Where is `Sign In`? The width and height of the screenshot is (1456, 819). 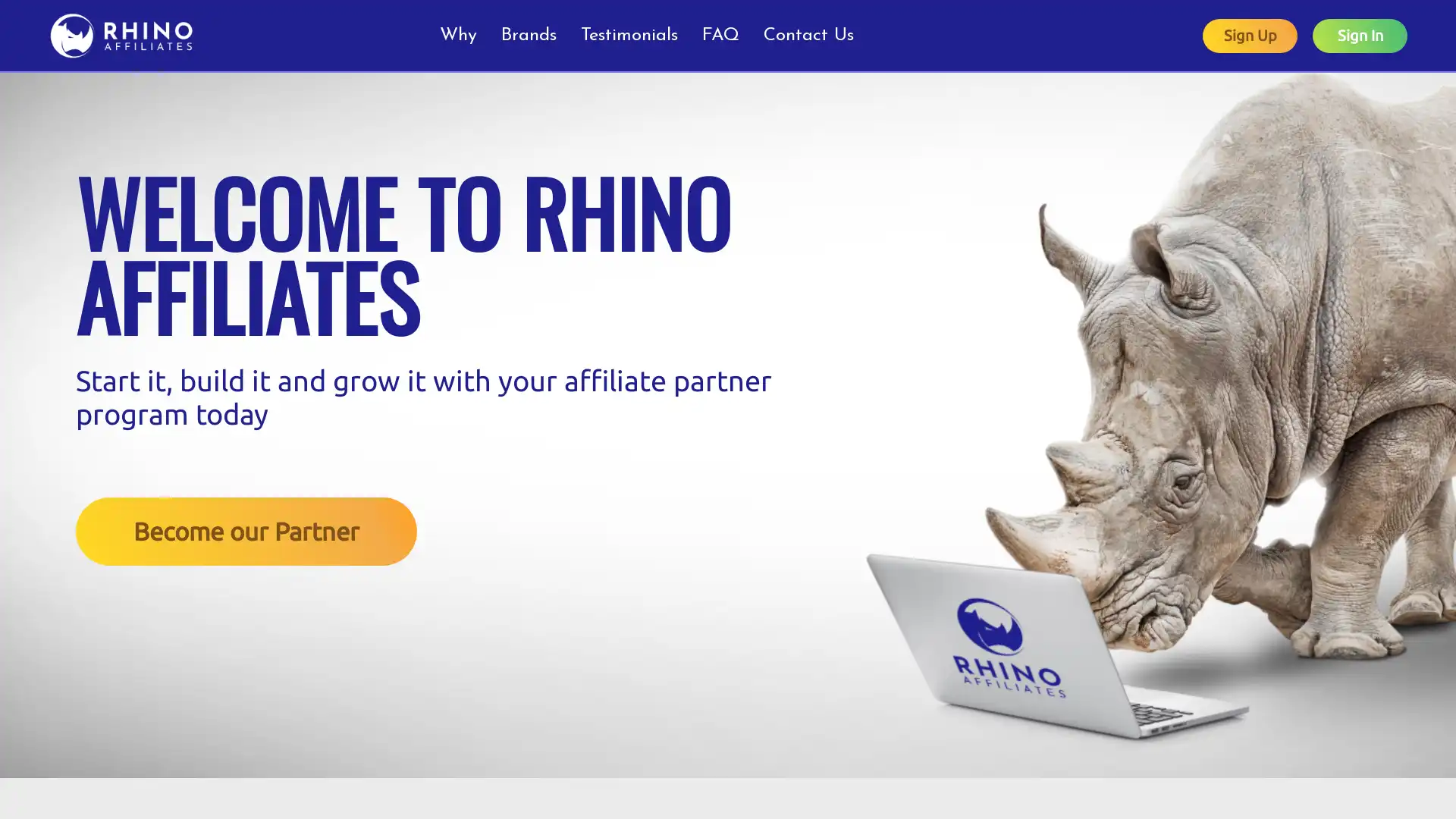 Sign In is located at coordinates (1360, 34).